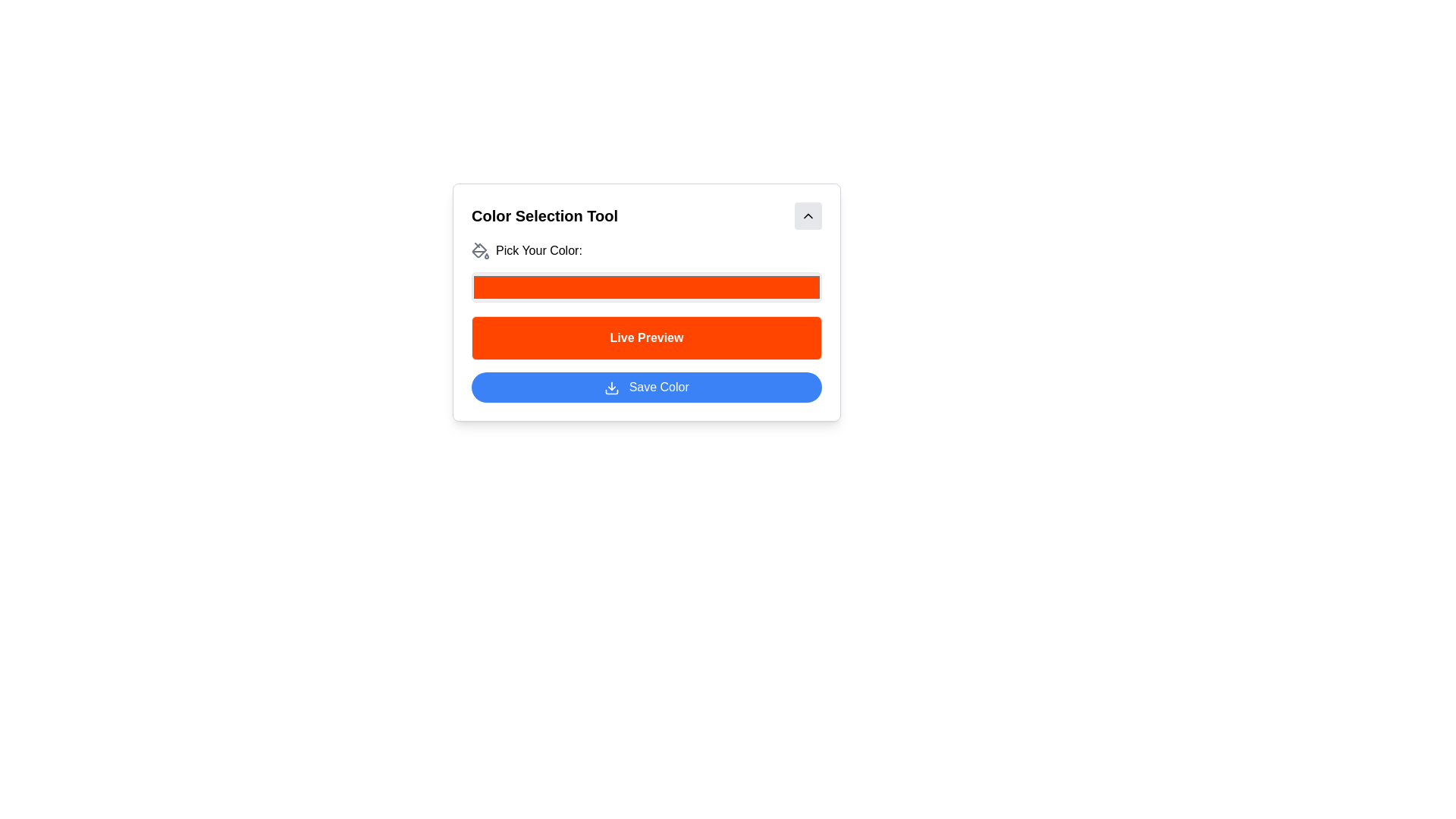 This screenshot has width=1456, height=819. Describe the element at coordinates (647, 386) in the screenshot. I see `the blue 'Save Color' button with rounded edges and white text, located at the bottom of the color selection tool interface` at that location.